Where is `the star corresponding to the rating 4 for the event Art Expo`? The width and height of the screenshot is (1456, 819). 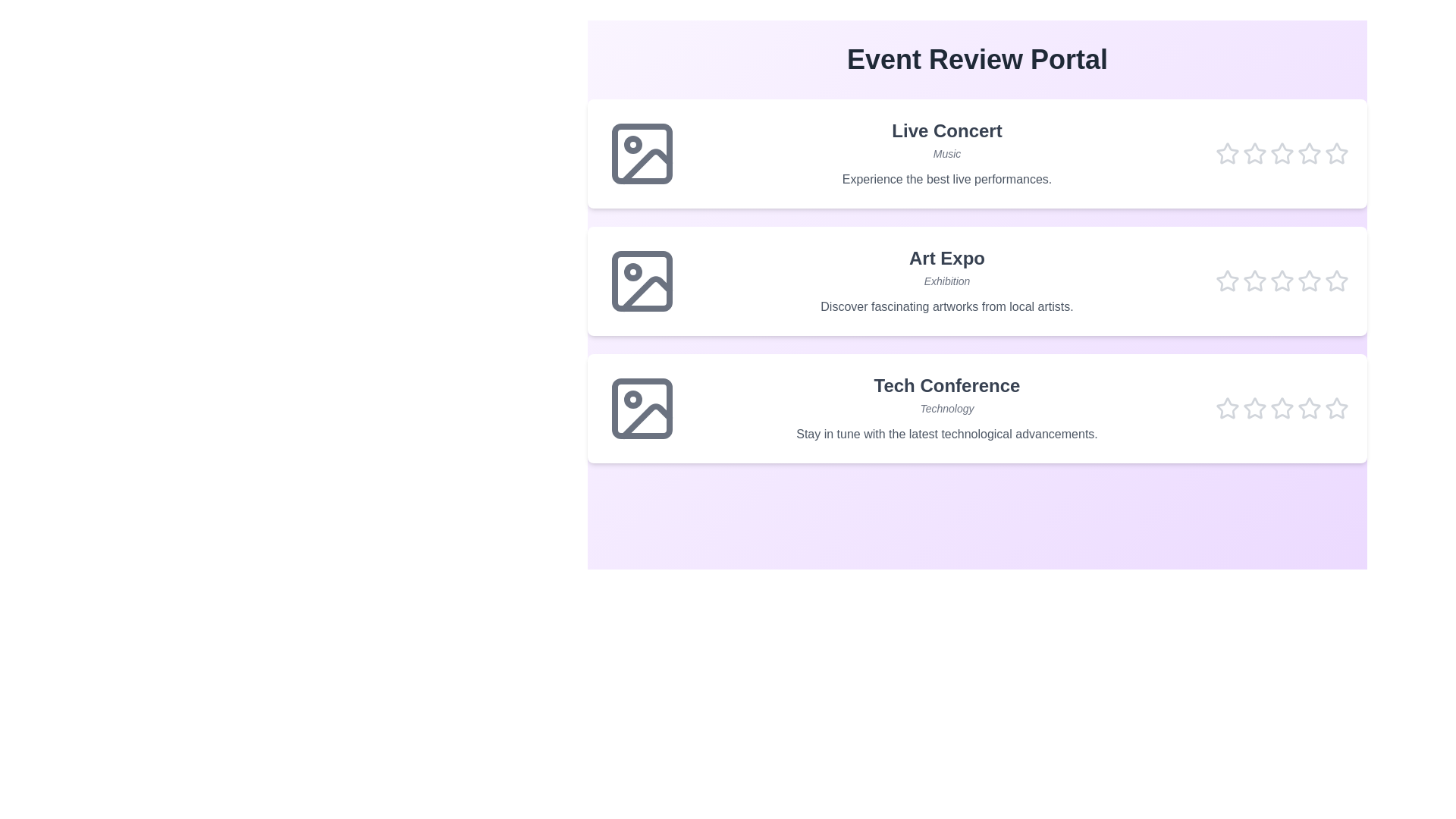 the star corresponding to the rating 4 for the event Art Expo is located at coordinates (1309, 281).